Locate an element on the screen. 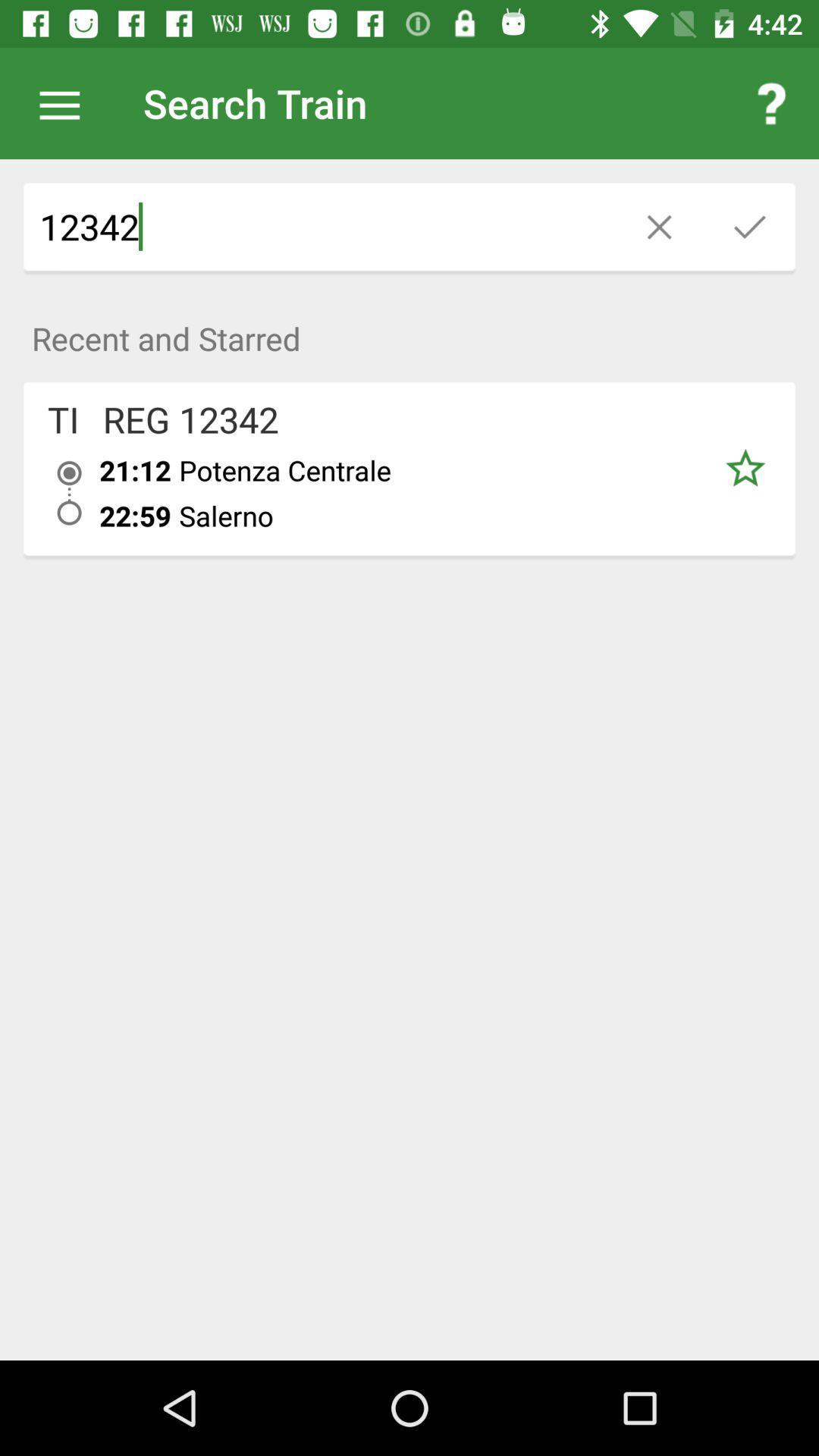  the close icon is located at coordinates (658, 226).